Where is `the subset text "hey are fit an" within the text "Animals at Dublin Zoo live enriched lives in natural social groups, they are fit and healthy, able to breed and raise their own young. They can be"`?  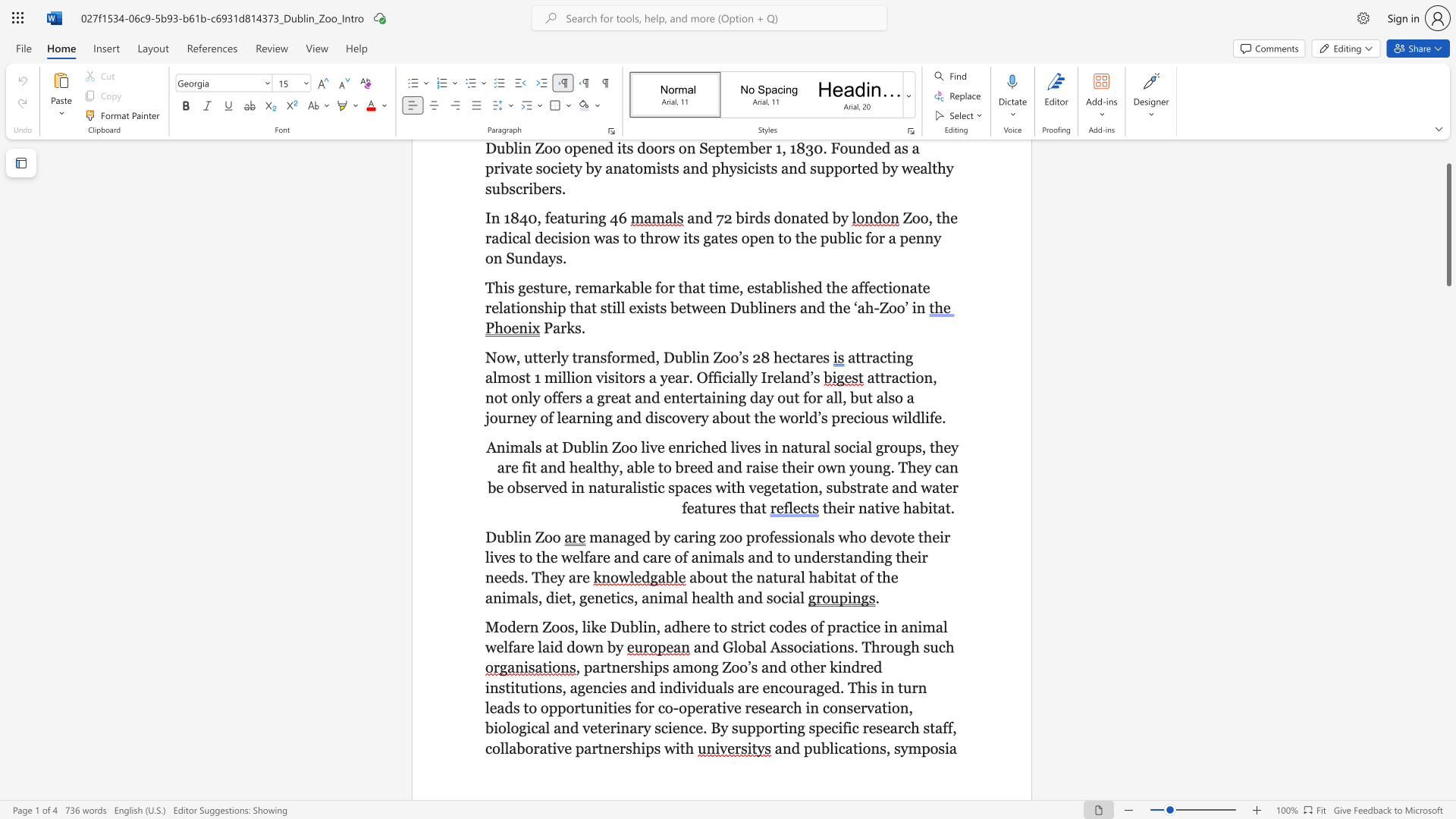 the subset text "hey are fit an" within the text "Animals at Dublin Zoo live enriched lives in natural social groups, they are fit and healthy, able to breed and raise their own young. They can be" is located at coordinates (934, 446).